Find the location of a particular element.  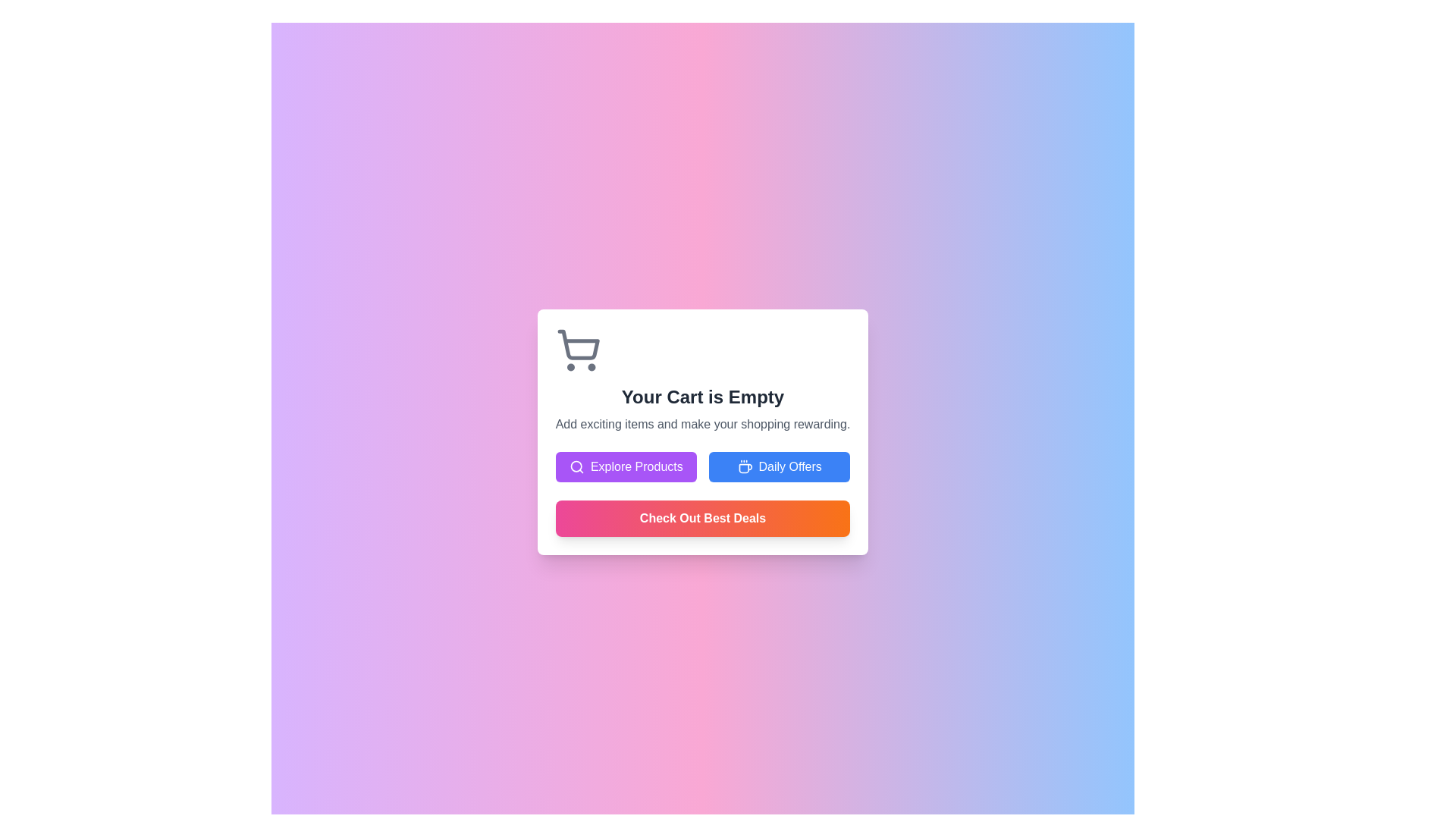

the basket element of the shopping cart icon located at the top-left corner of the central white card is located at coordinates (577, 344).